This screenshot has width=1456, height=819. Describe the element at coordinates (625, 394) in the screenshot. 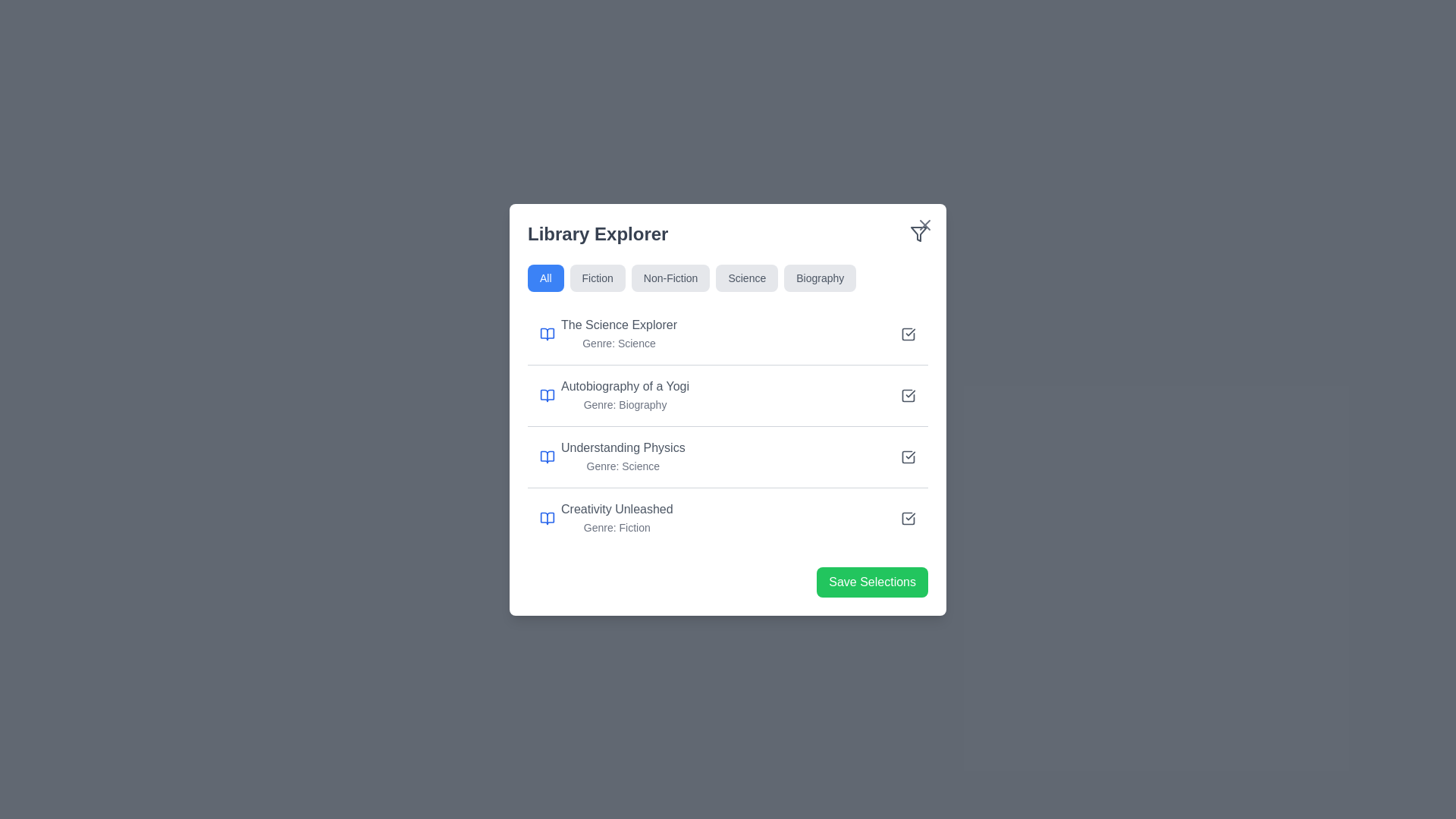

I see `the Text Display element representing a book entry in the 'Library Explorer', which is the second entry in the list, located under 'The Science Explorer' and above 'Understanding Physics'` at that location.